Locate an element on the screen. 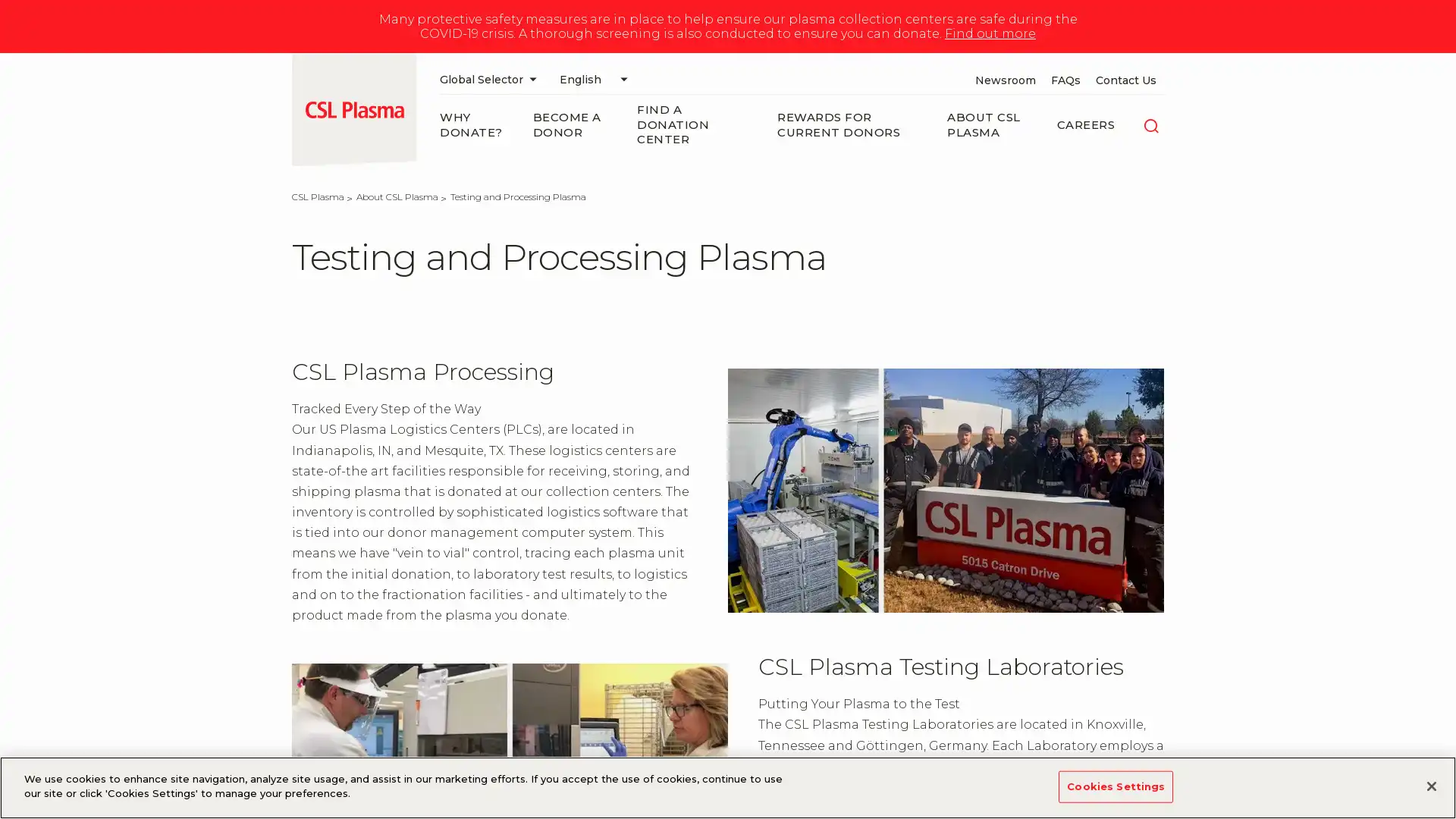 The width and height of the screenshot is (1456, 819). Close is located at coordinates (1430, 785).